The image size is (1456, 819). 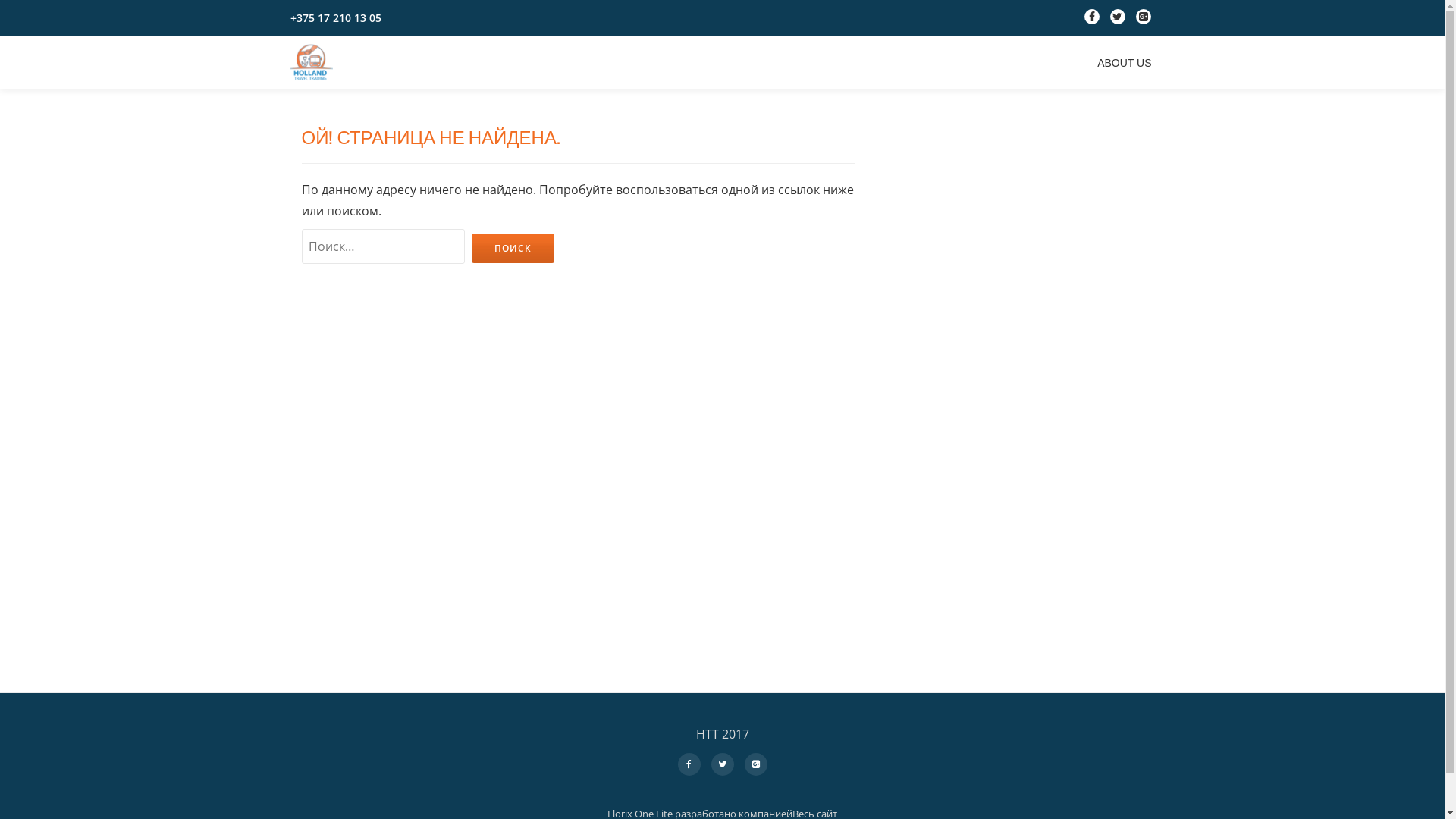 I want to click on 'fa-facebook', so click(x=1092, y=20).